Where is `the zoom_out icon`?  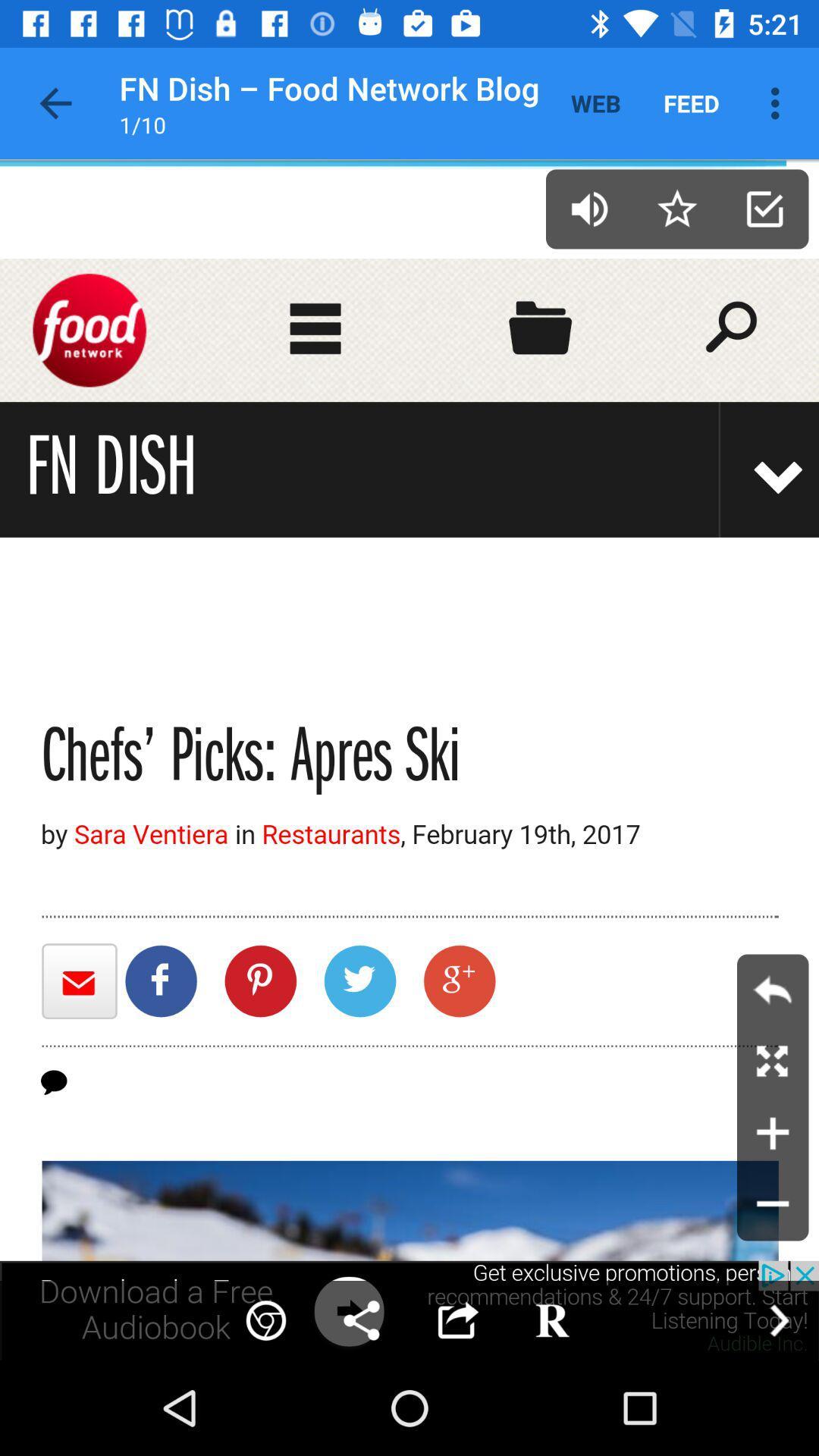 the zoom_out icon is located at coordinates (773, 1204).